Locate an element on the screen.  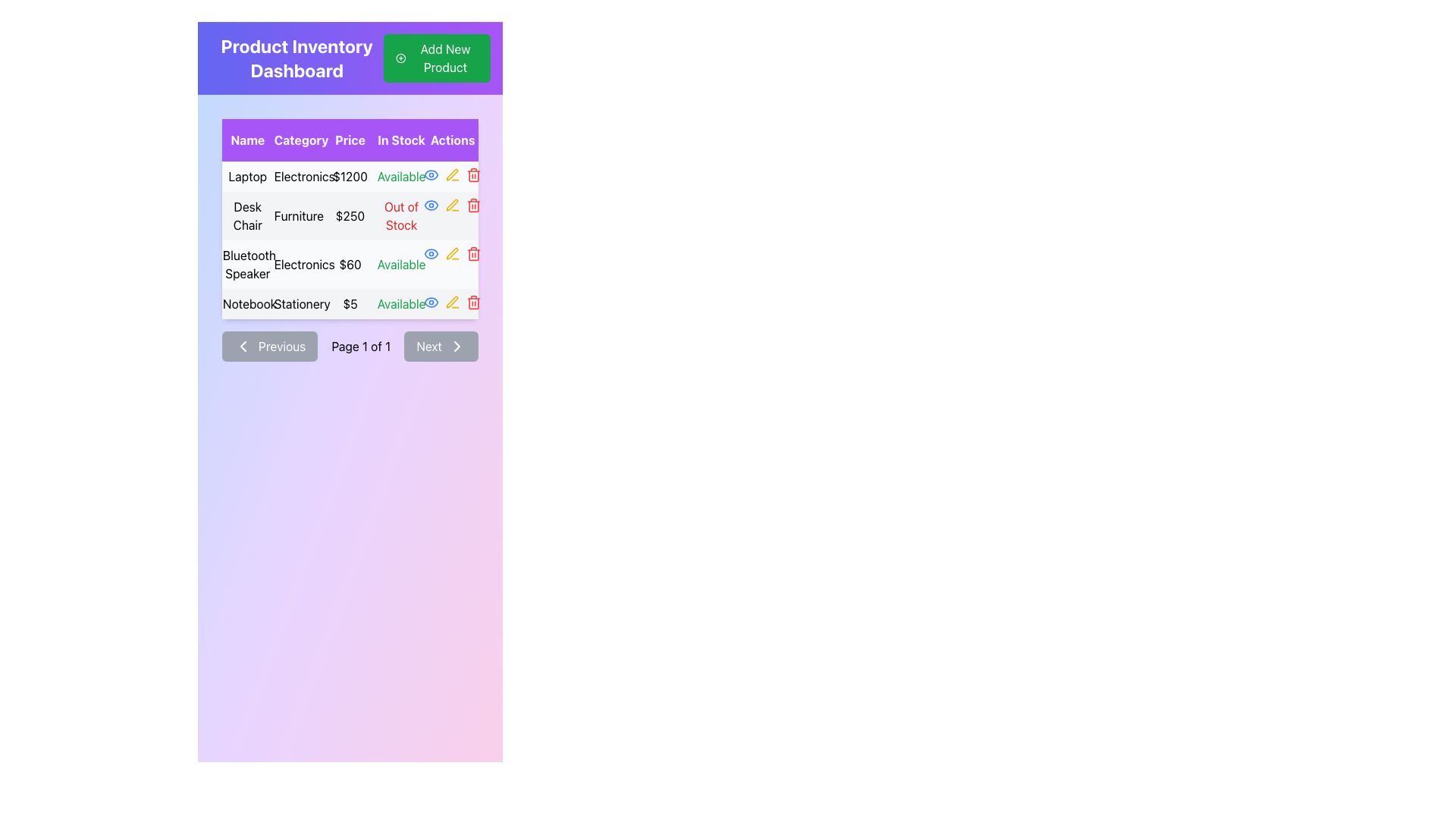
the header label indicating the contents of the last column in the table, which displays action buttons like edit and delete is located at coordinates (452, 140).